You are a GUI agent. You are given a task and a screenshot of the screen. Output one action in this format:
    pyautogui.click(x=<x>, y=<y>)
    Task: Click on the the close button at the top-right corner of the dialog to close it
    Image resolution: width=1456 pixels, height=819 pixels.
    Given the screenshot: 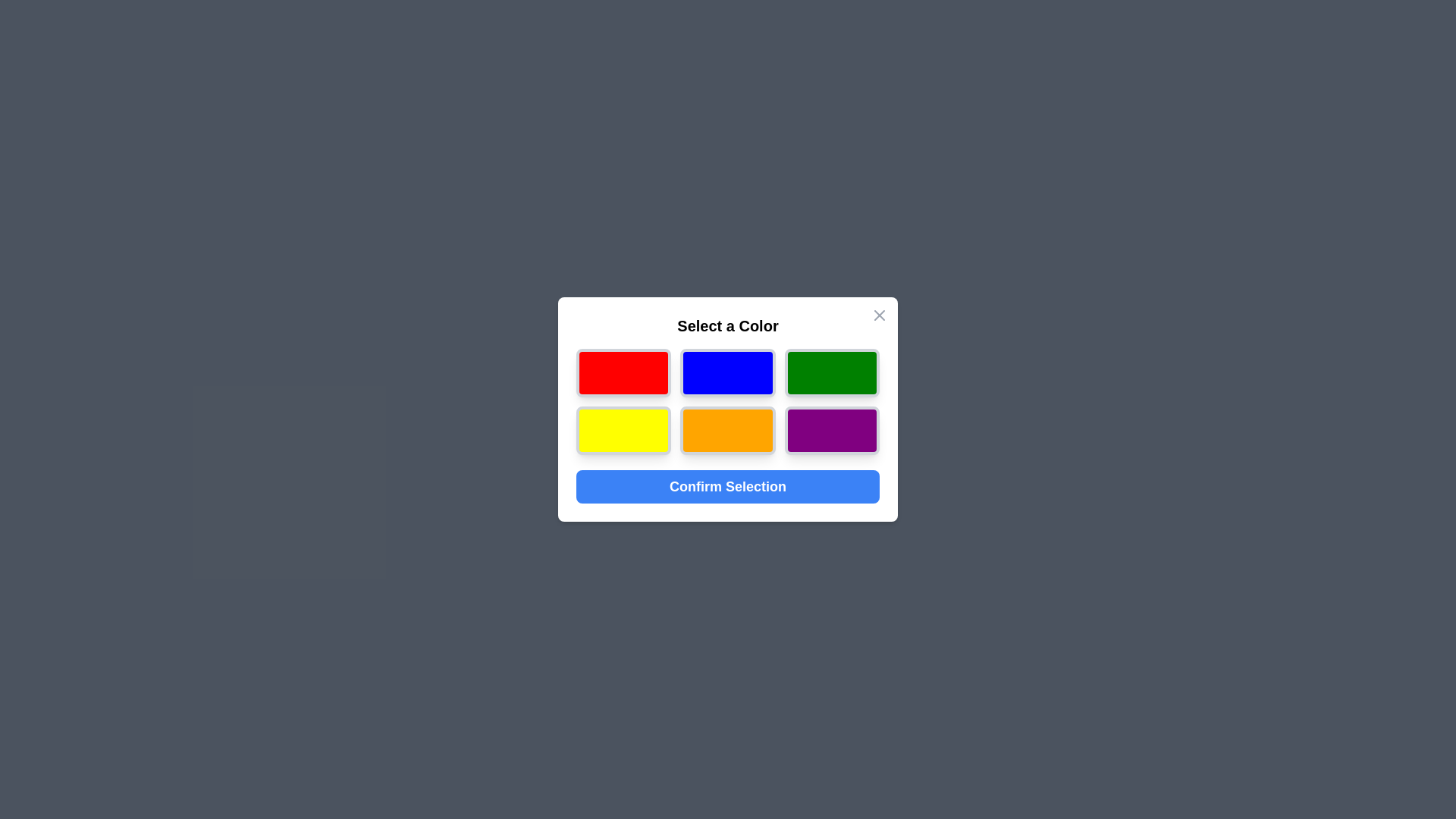 What is the action you would take?
    pyautogui.click(x=880, y=315)
    